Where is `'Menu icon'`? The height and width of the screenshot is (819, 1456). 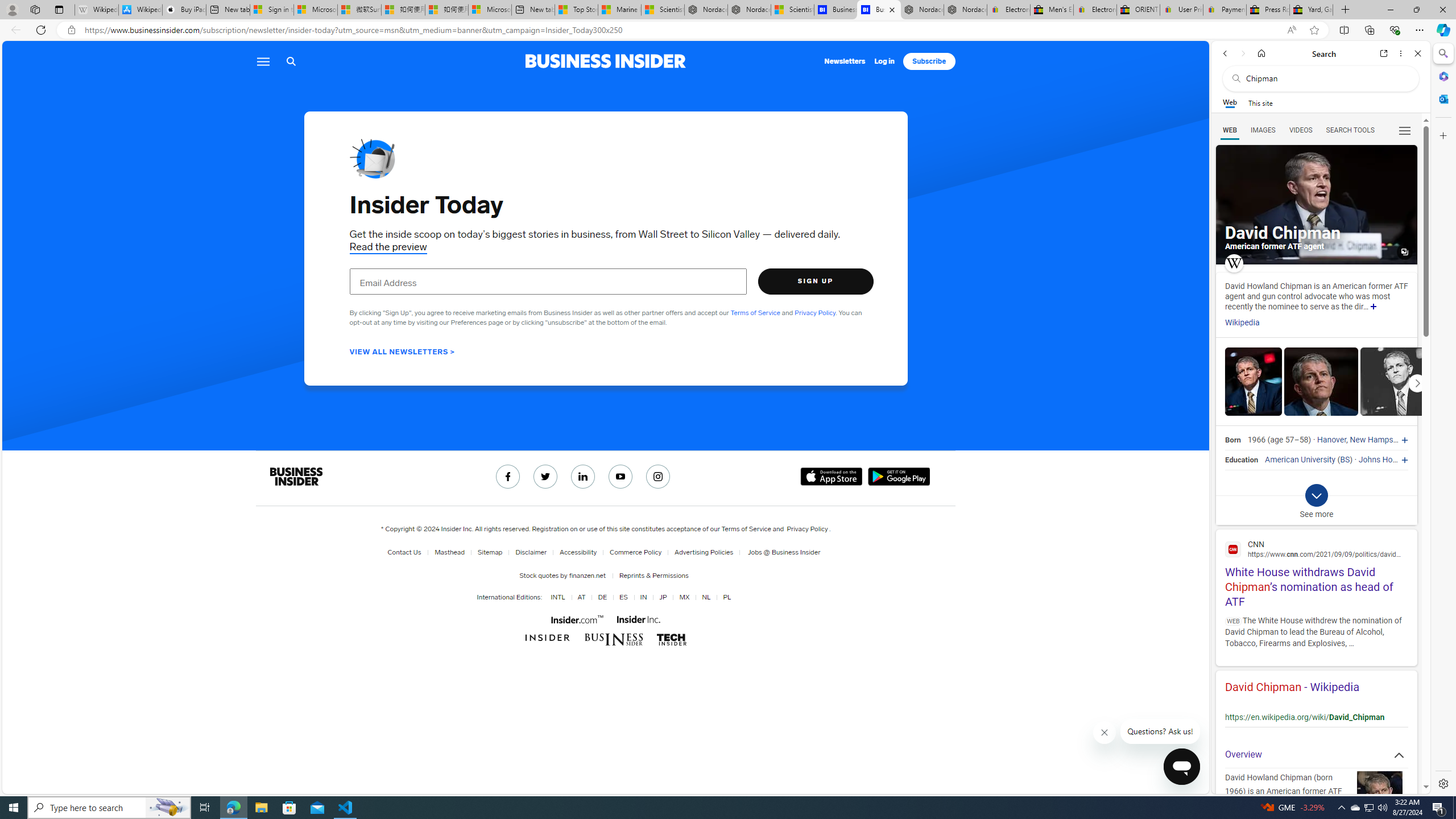
'Menu icon' is located at coordinates (263, 61).